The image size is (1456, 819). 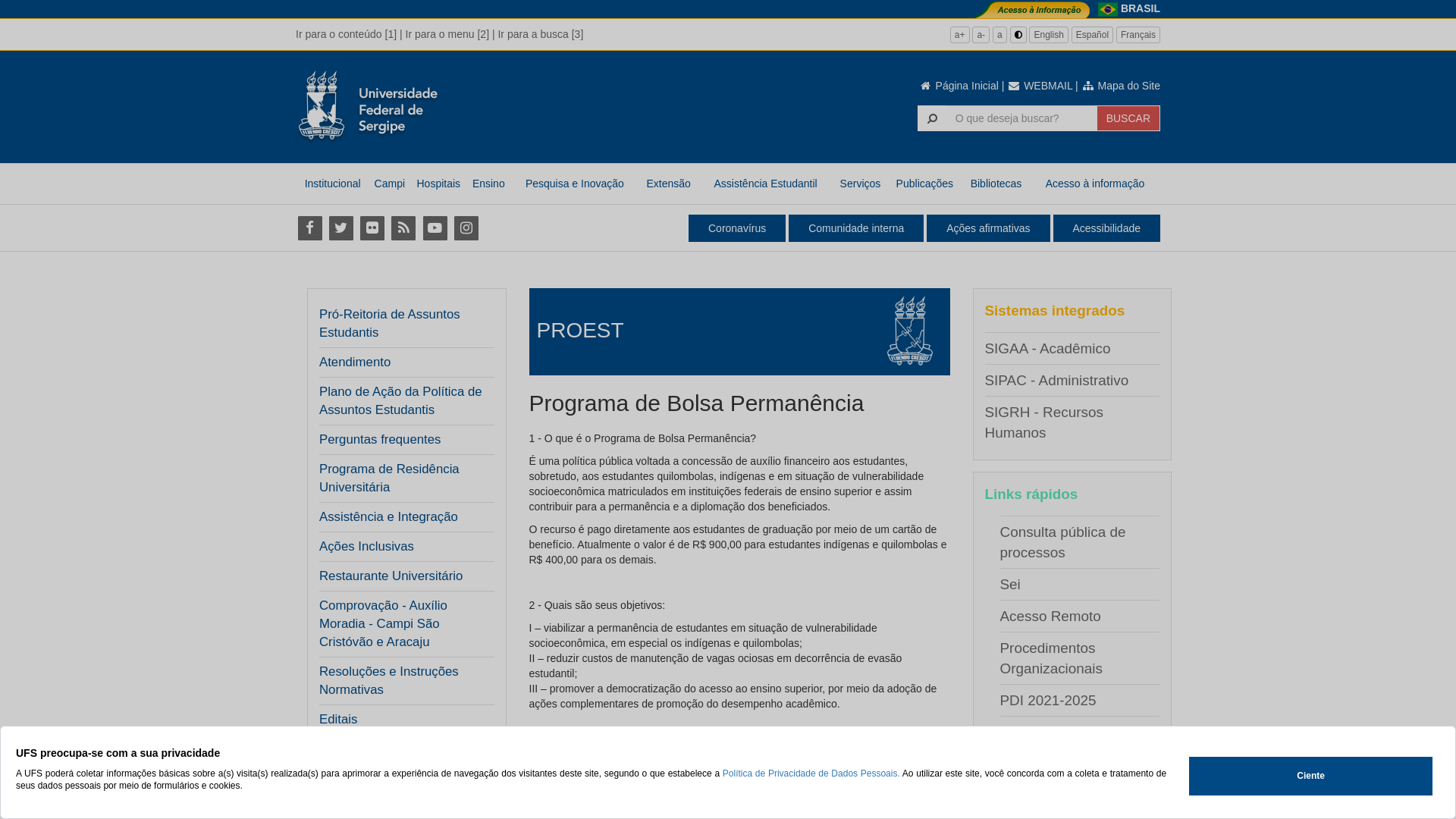 What do you see at coordinates (318, 778) in the screenshot?
I see `'Resultados'` at bounding box center [318, 778].